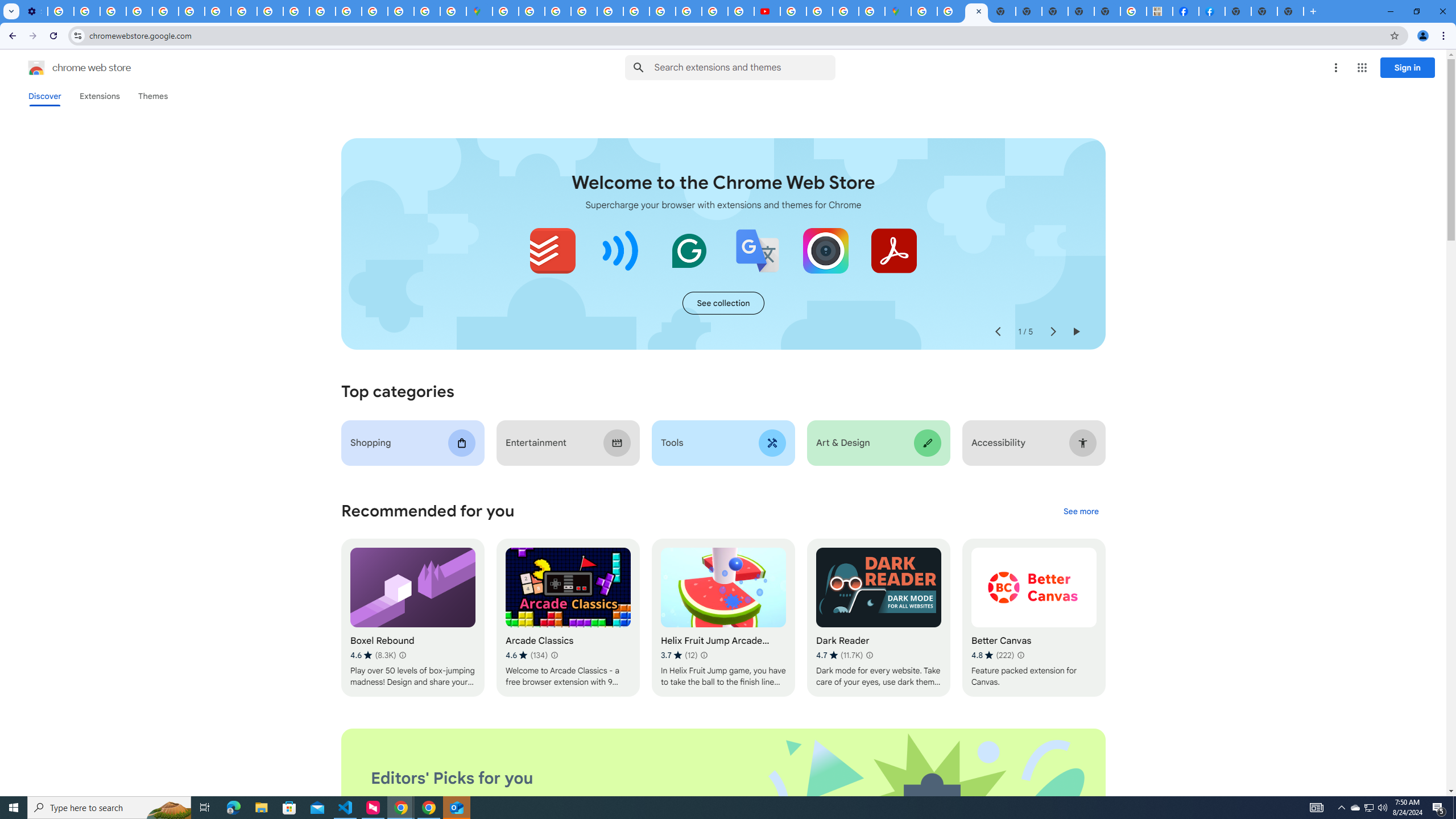 This screenshot has width=1456, height=819. Describe the element at coordinates (554, 655) in the screenshot. I see `'Learn more about results and reviews "Arcade Classics"'` at that location.